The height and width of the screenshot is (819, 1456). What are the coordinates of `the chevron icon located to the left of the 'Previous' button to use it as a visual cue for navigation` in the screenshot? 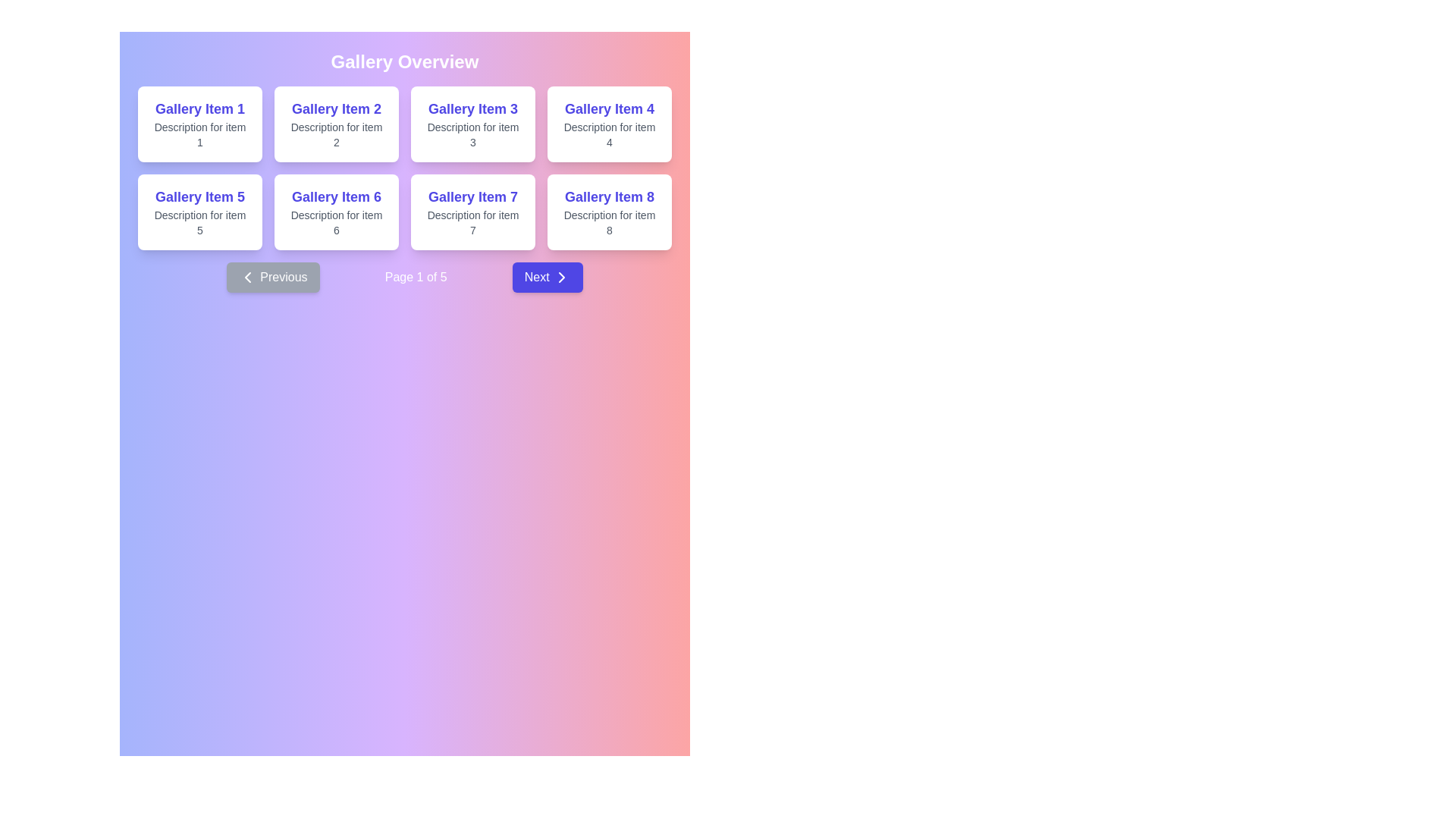 It's located at (248, 278).